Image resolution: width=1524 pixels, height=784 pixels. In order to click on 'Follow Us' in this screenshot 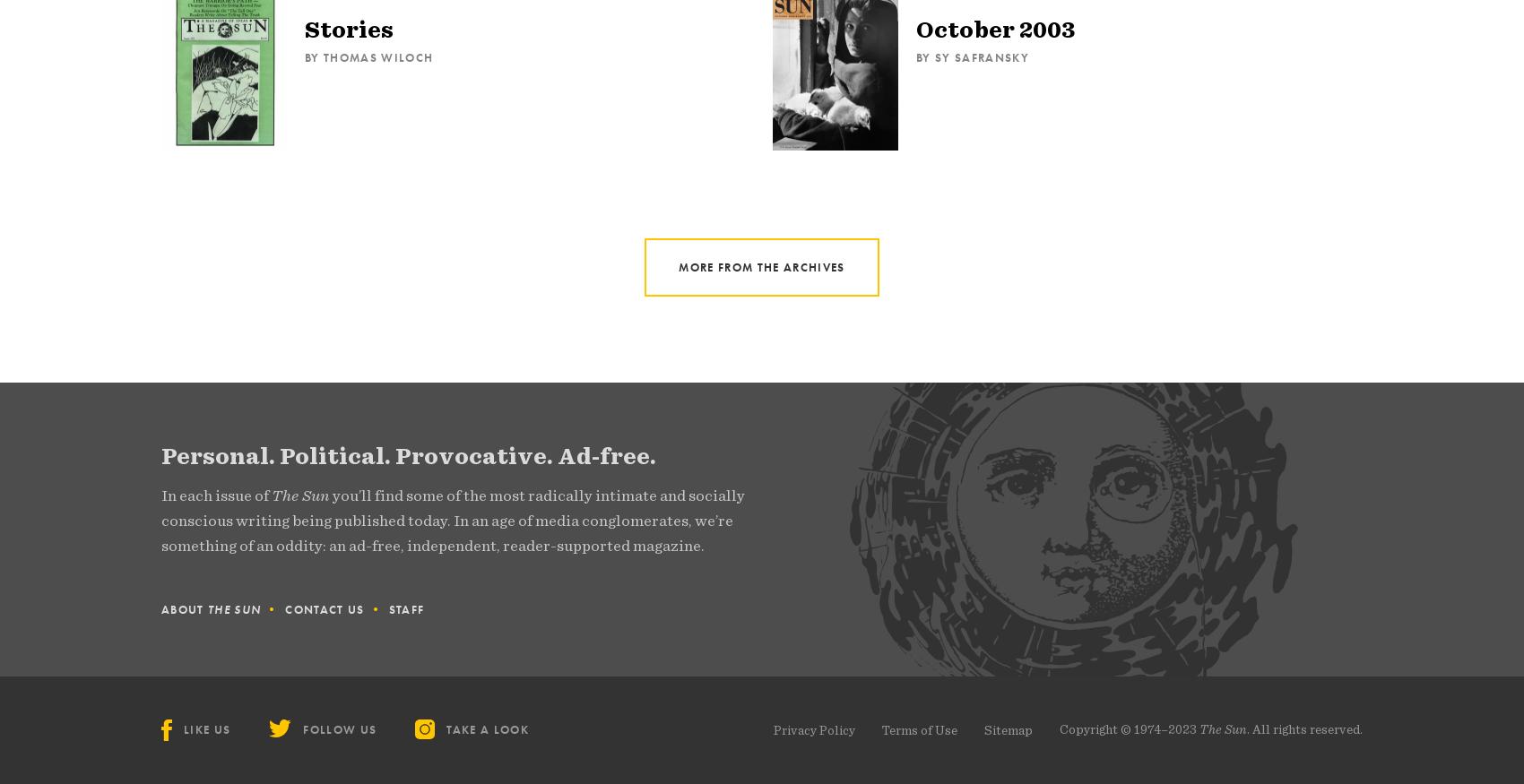, I will do `click(338, 729)`.